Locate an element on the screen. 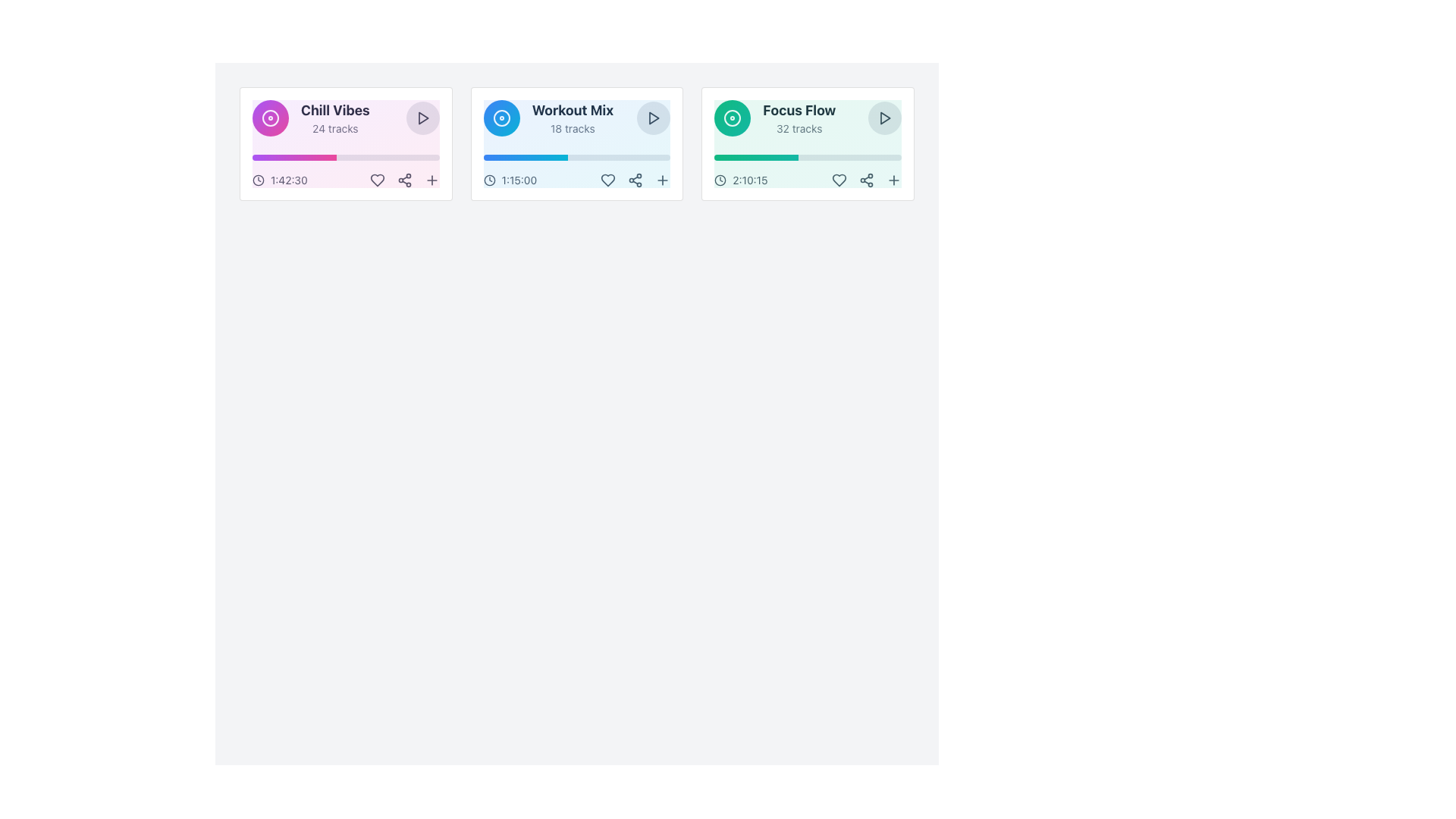 This screenshot has height=819, width=1456. the text display for the playlist named 'Workout Mix' is located at coordinates (576, 117).